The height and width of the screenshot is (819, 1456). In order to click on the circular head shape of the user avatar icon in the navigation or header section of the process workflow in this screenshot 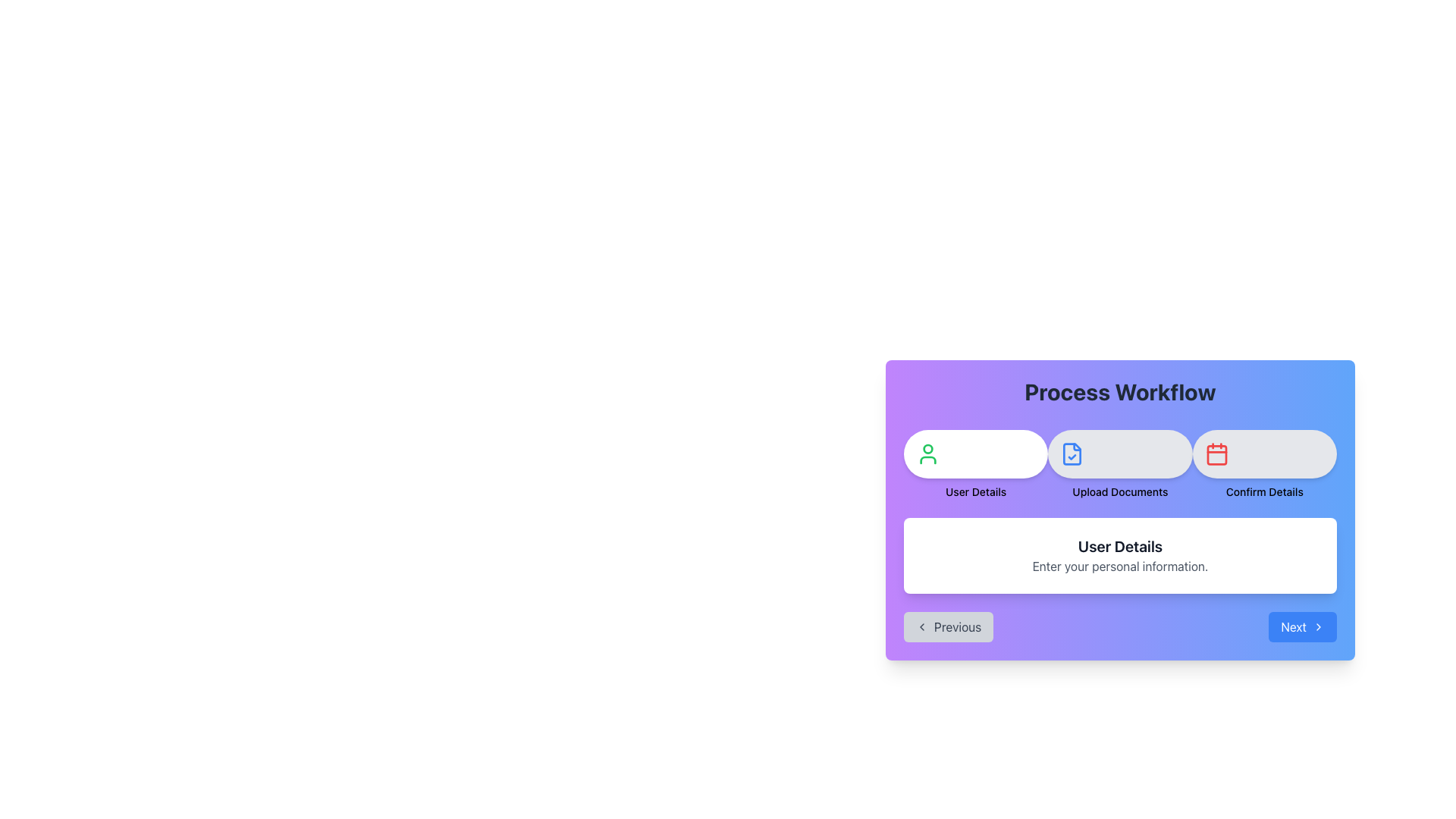, I will do `click(927, 447)`.